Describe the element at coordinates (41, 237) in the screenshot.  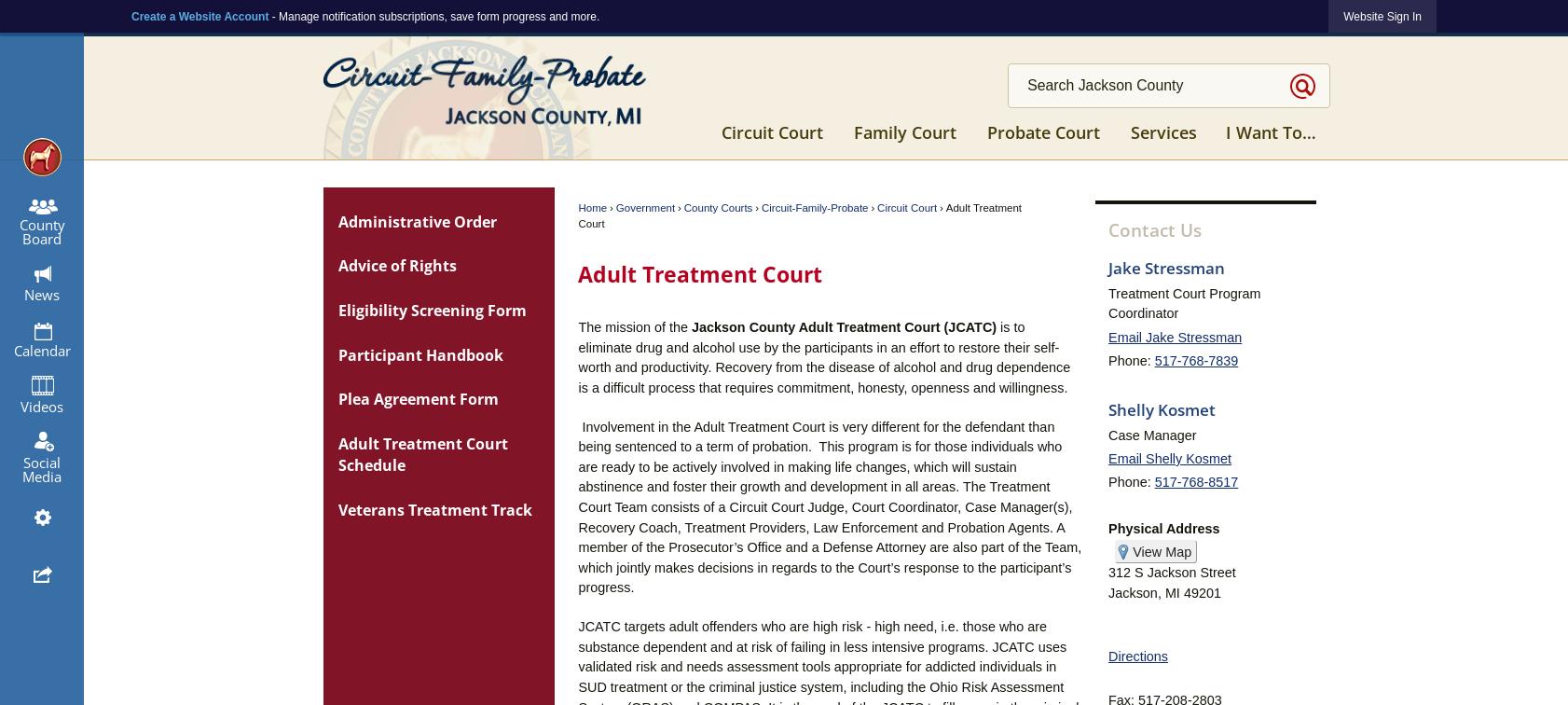
I see `'Board'` at that location.